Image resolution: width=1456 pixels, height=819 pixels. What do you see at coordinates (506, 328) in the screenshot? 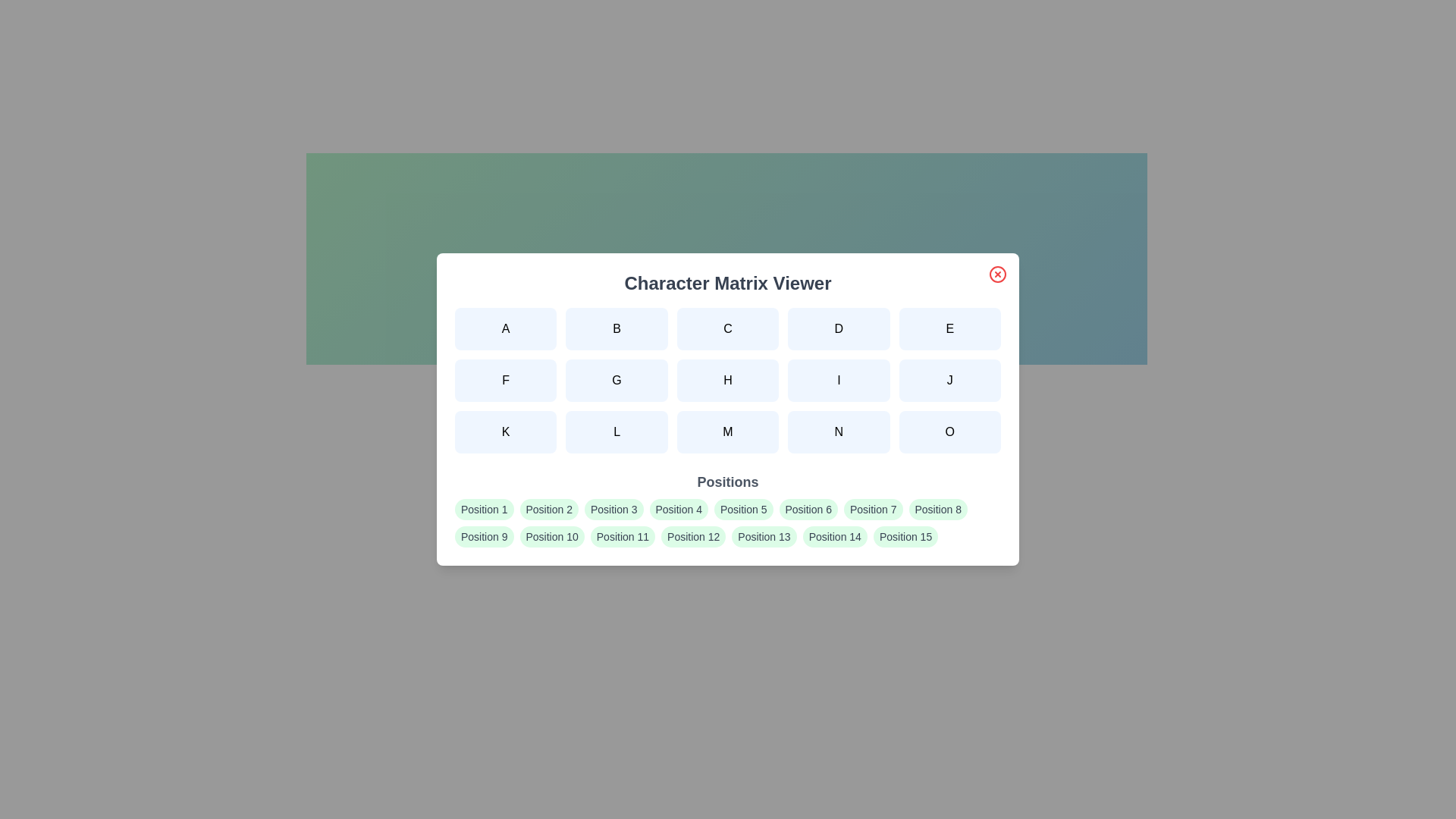
I see `the character button labeled A` at bounding box center [506, 328].